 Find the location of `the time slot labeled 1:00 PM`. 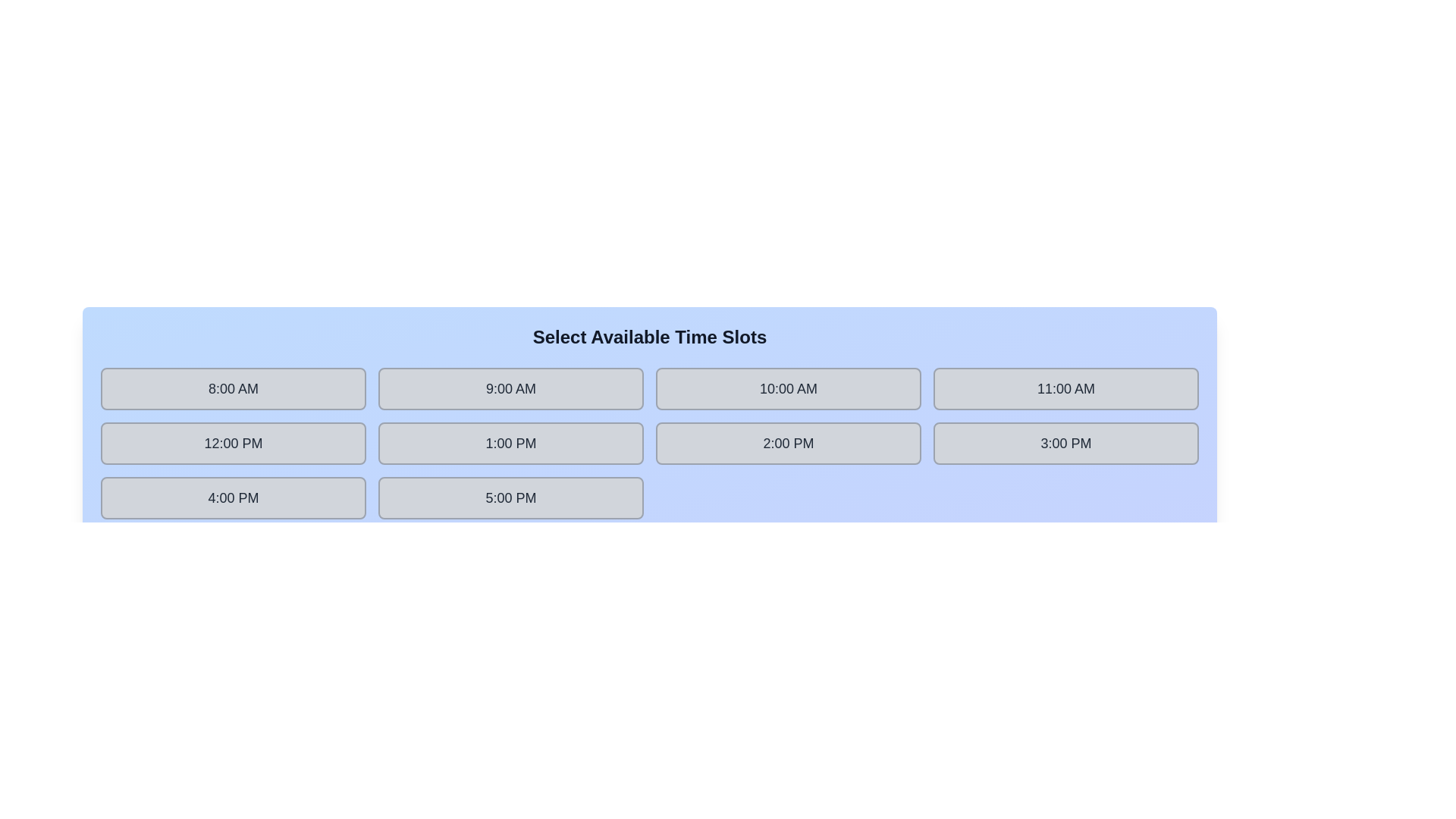

the time slot labeled 1:00 PM is located at coordinates (510, 444).